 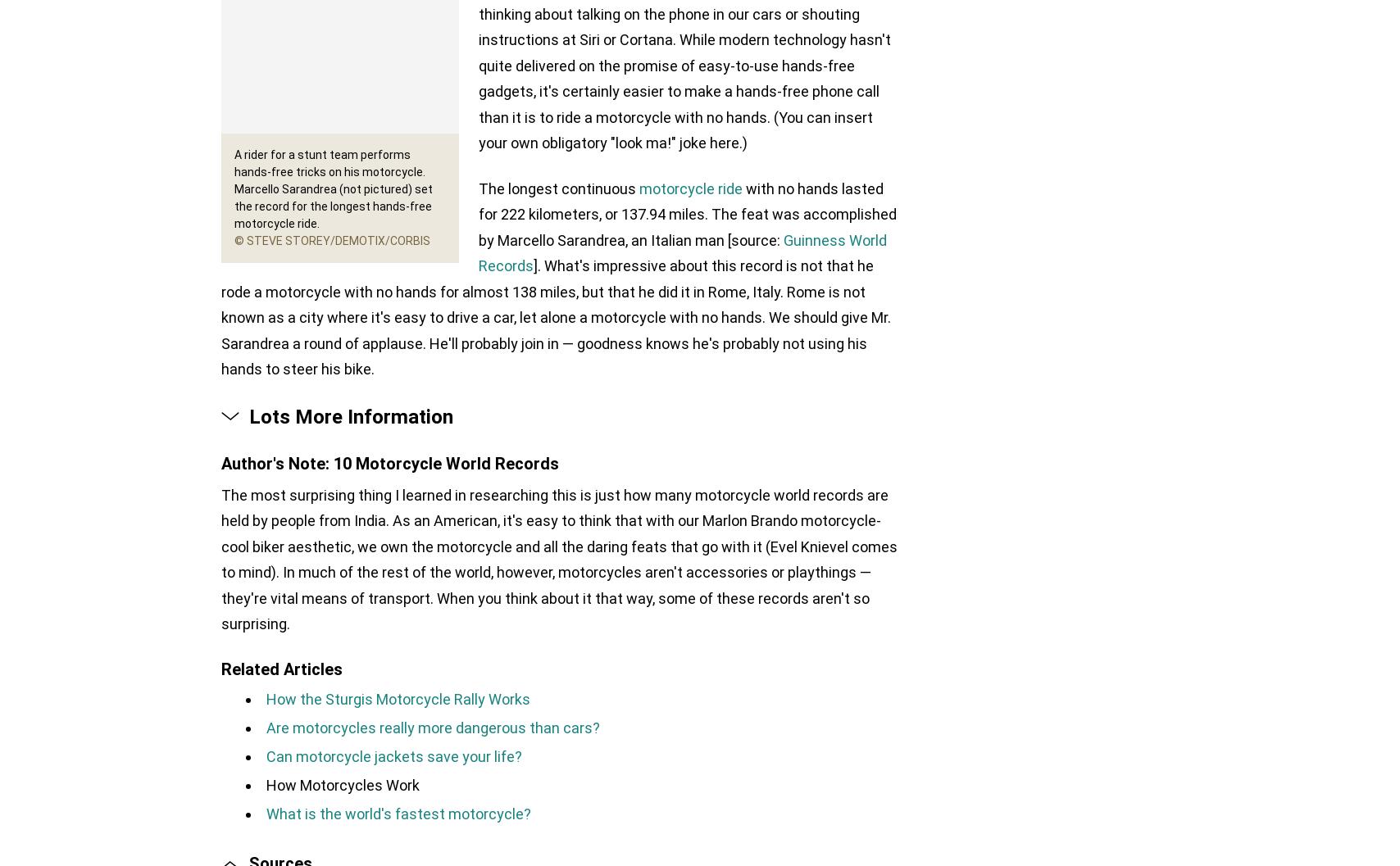 What do you see at coordinates (397, 697) in the screenshot?
I see `'How the Sturgis Motorcycle Rally Works'` at bounding box center [397, 697].